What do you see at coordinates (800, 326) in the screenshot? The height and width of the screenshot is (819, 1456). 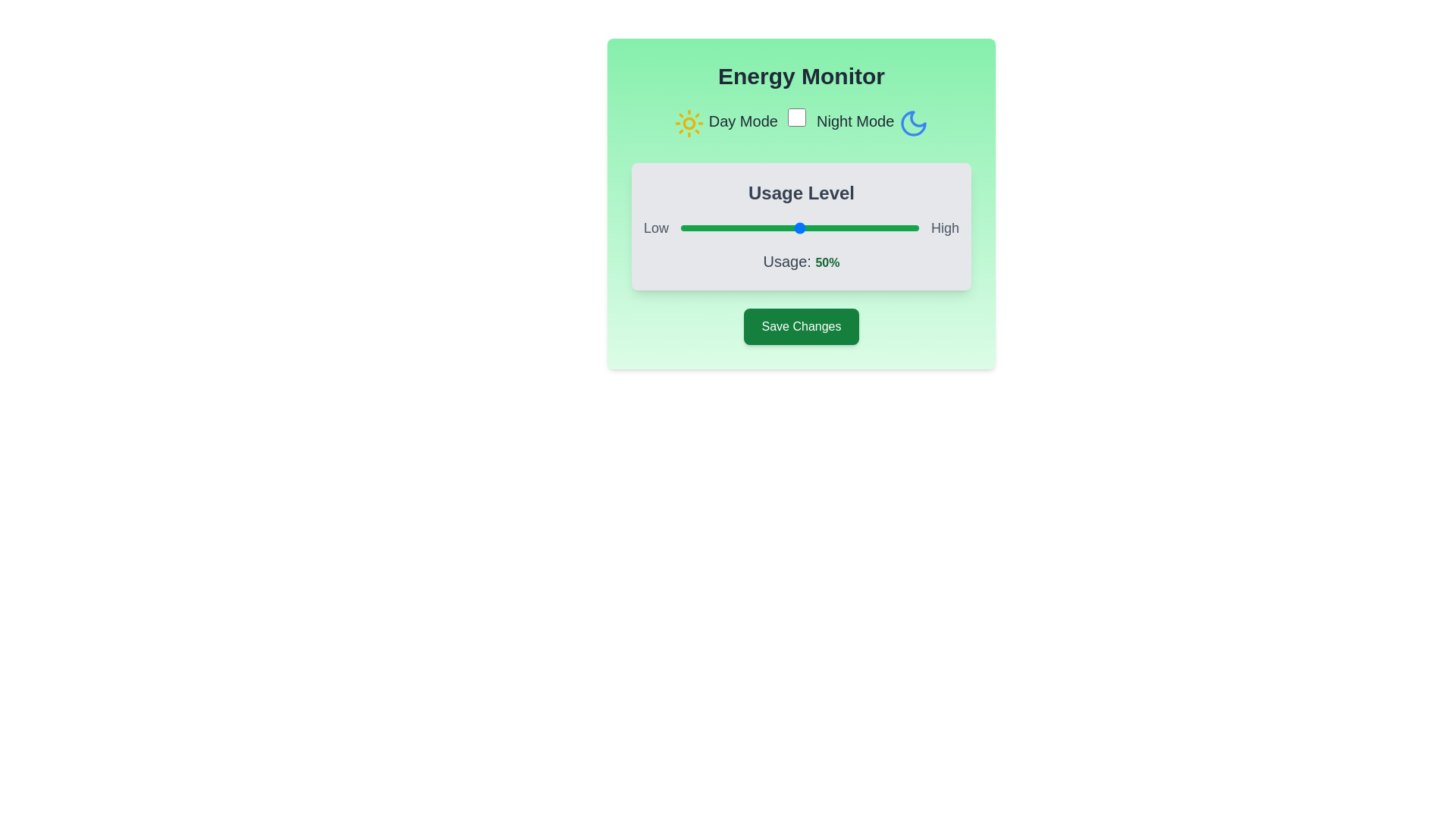 I see `the green 'Save Changes' button with rounded corners and white text by tabbing to it` at bounding box center [800, 326].